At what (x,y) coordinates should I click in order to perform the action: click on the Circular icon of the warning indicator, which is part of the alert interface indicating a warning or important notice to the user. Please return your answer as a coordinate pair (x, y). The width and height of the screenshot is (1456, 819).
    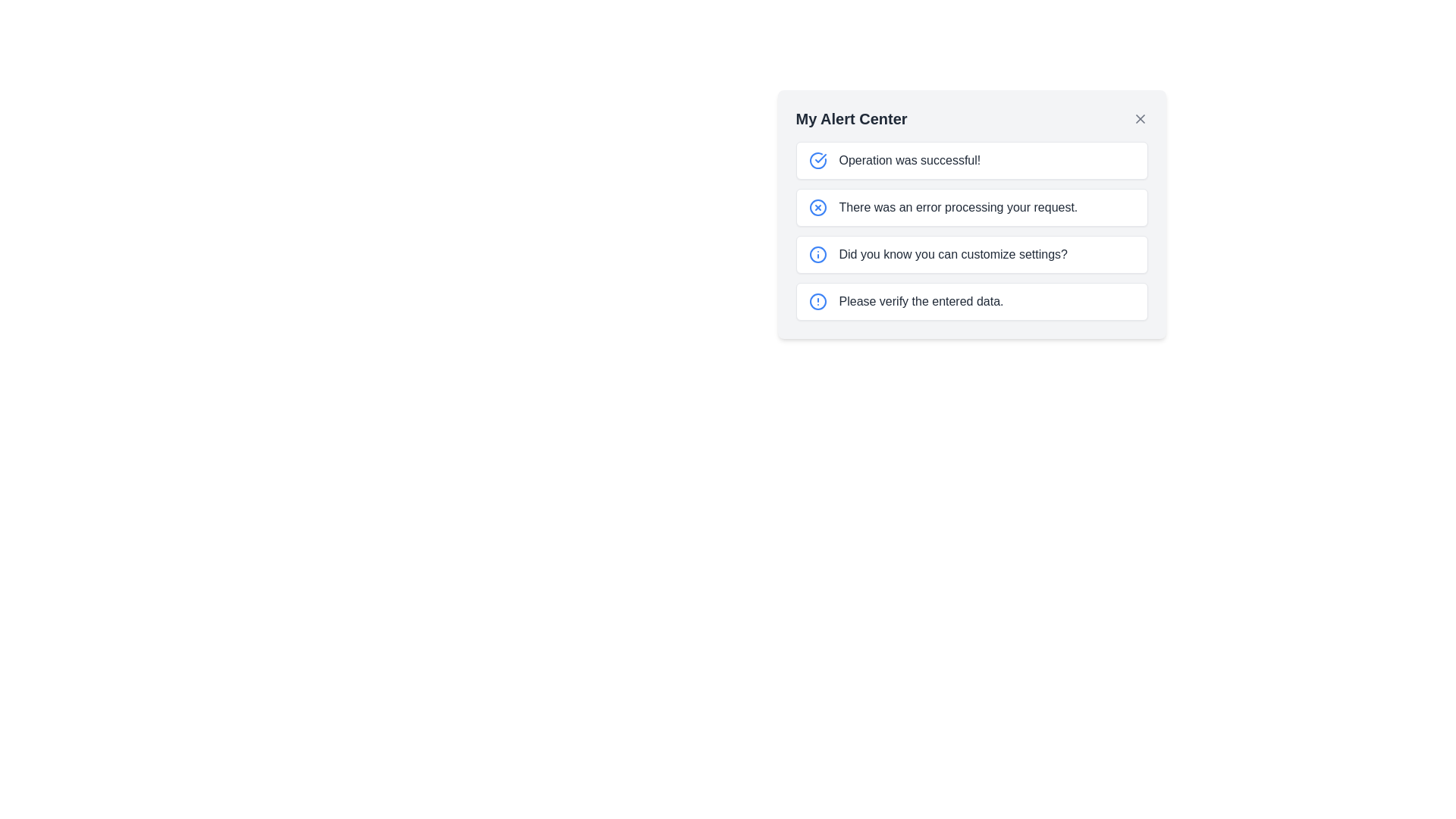
    Looking at the image, I should click on (817, 301).